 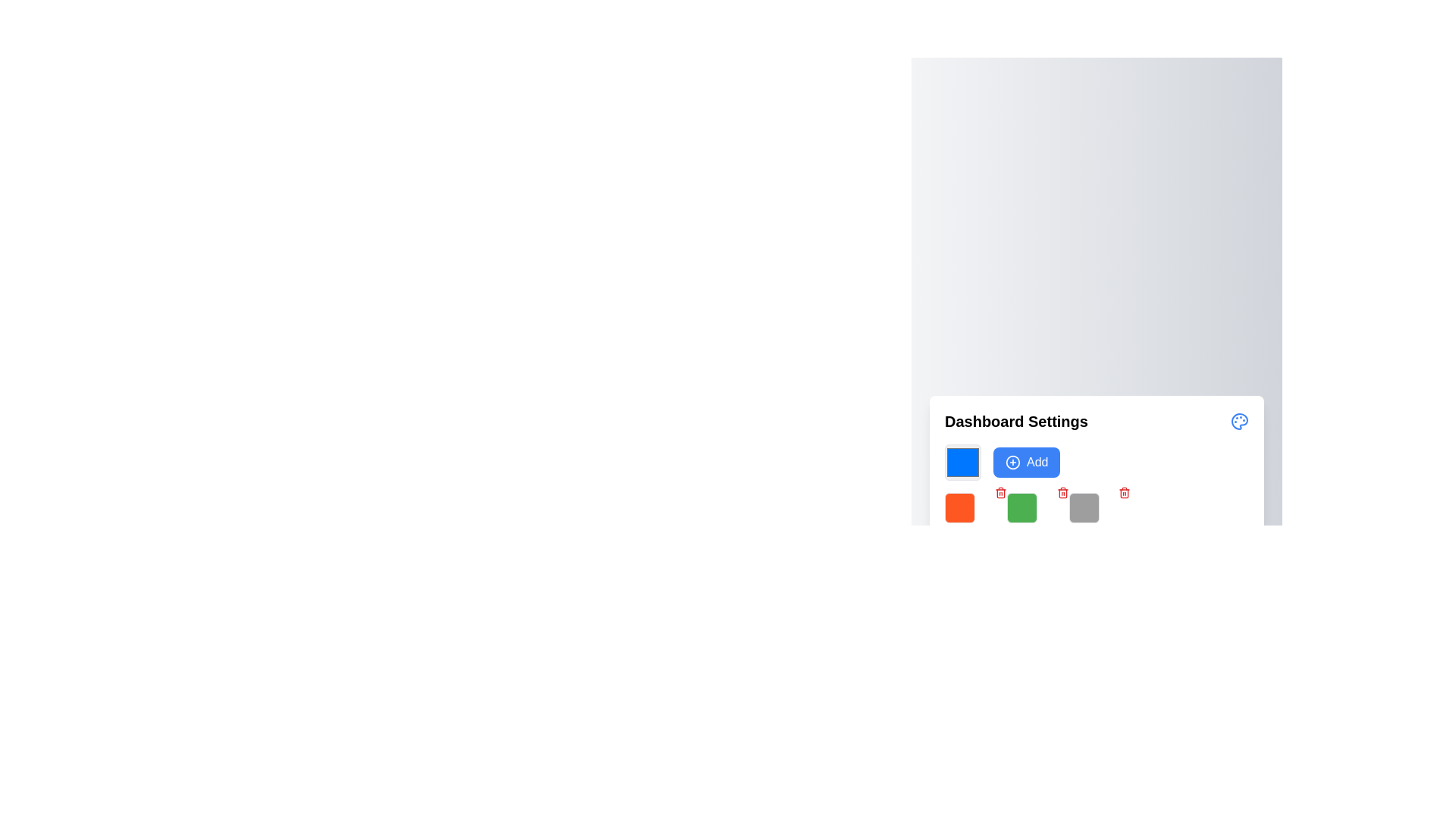 What do you see at coordinates (962, 461) in the screenshot?
I see `the blue square button with rounded corners located in the left corner of the 'Add' row, as it is the first interactive element before the 'Add' button` at bounding box center [962, 461].